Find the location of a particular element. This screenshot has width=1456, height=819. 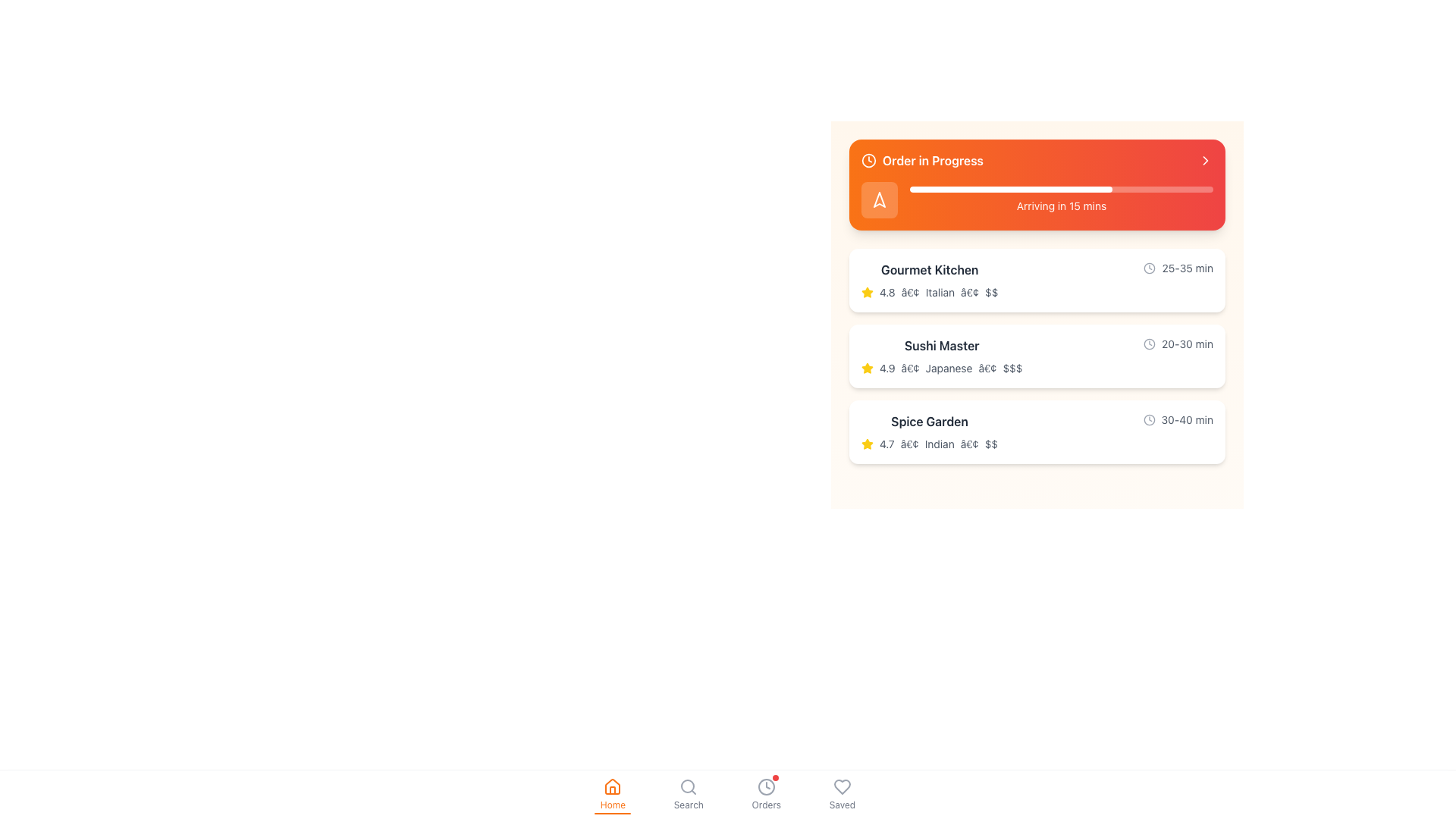

the triangular icon filled with a gradient from orange to light orange, located in the top-right corner before the text 'Order in Progress' is located at coordinates (880, 199).